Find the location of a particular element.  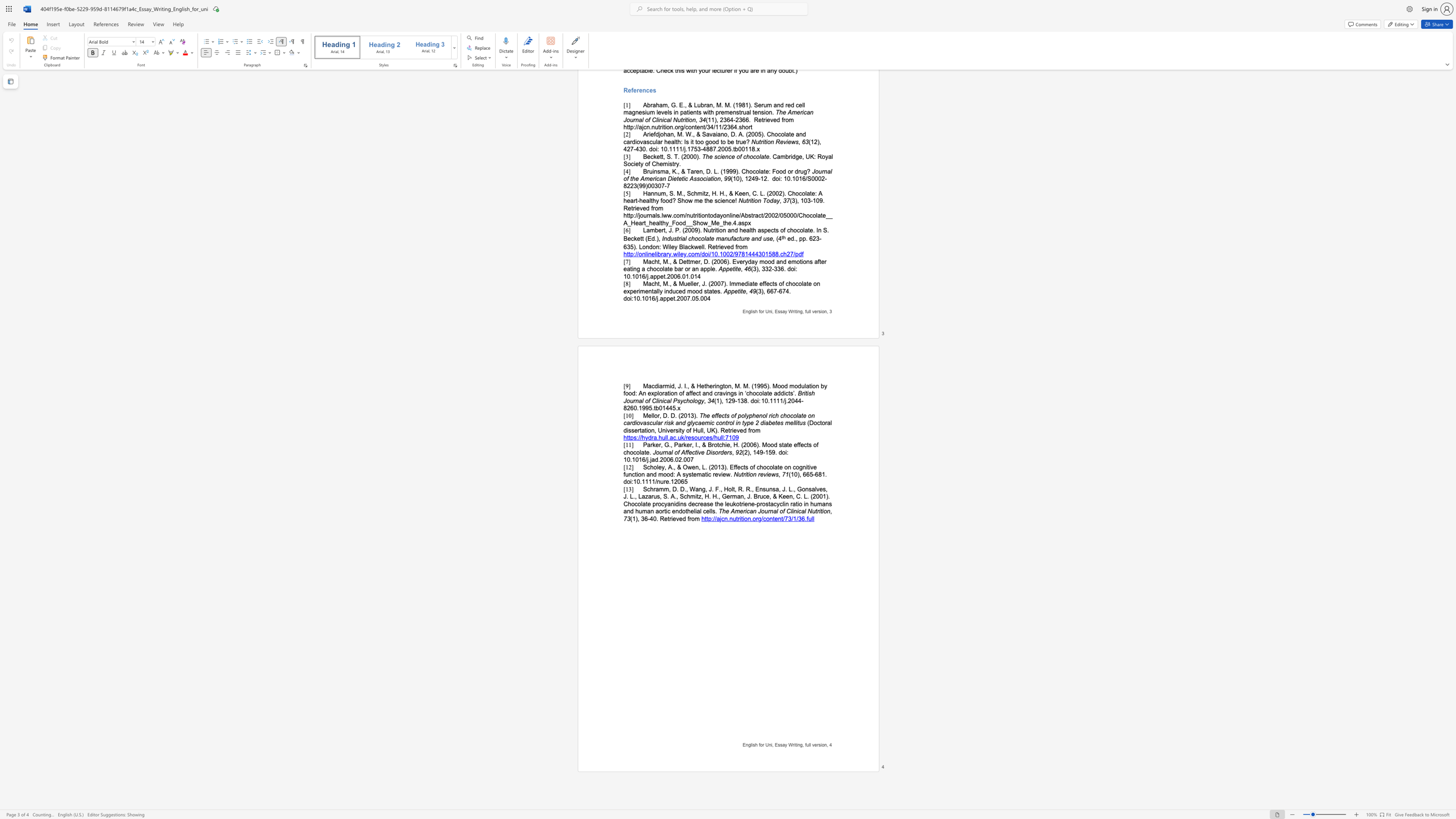

the 1th character "h" in the text is located at coordinates (628, 452).